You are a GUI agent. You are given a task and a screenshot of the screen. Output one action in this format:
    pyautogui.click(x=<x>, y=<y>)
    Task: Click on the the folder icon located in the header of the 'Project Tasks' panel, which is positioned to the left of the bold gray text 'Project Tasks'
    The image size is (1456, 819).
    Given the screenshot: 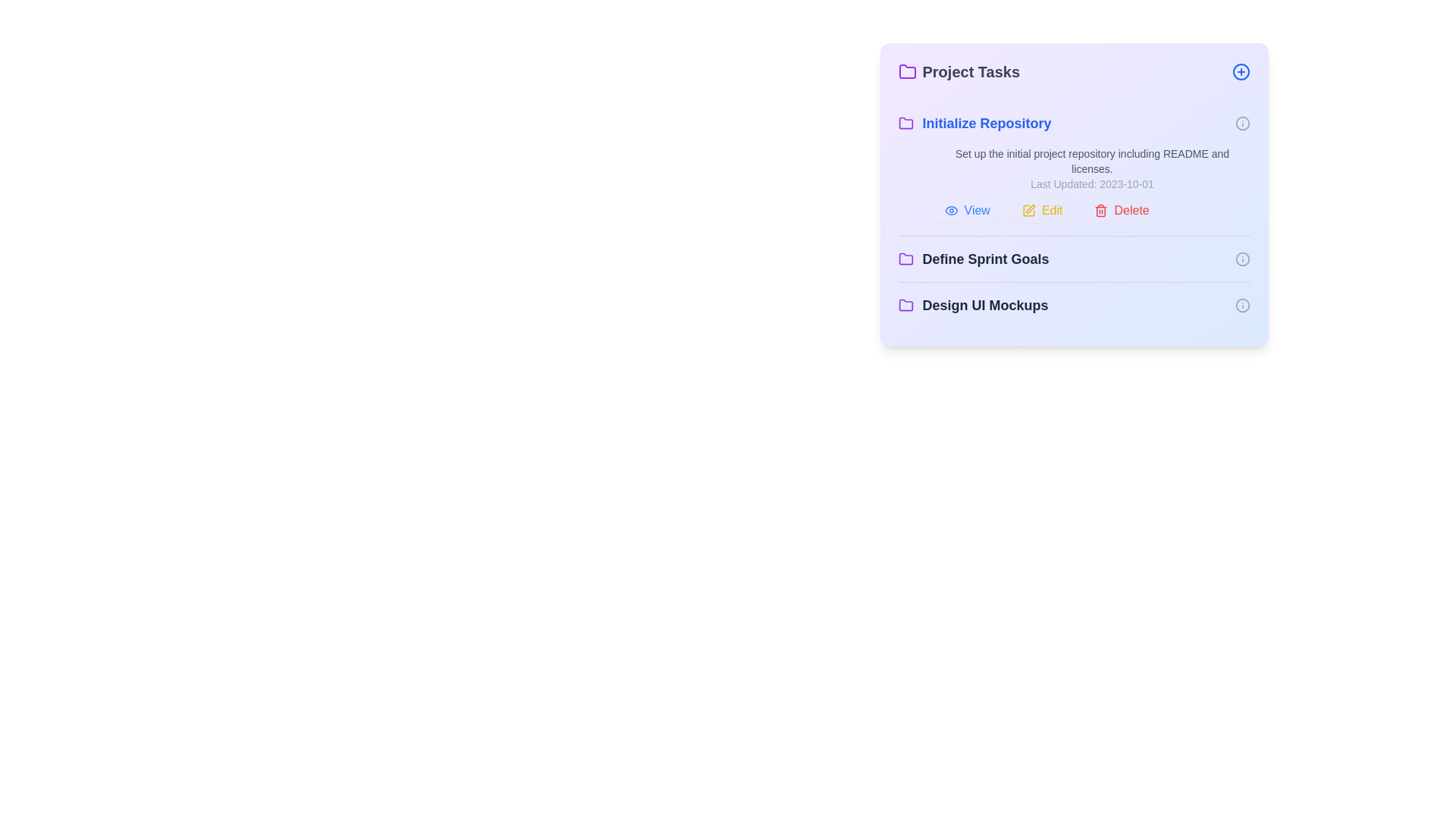 What is the action you would take?
    pyautogui.click(x=907, y=72)
    